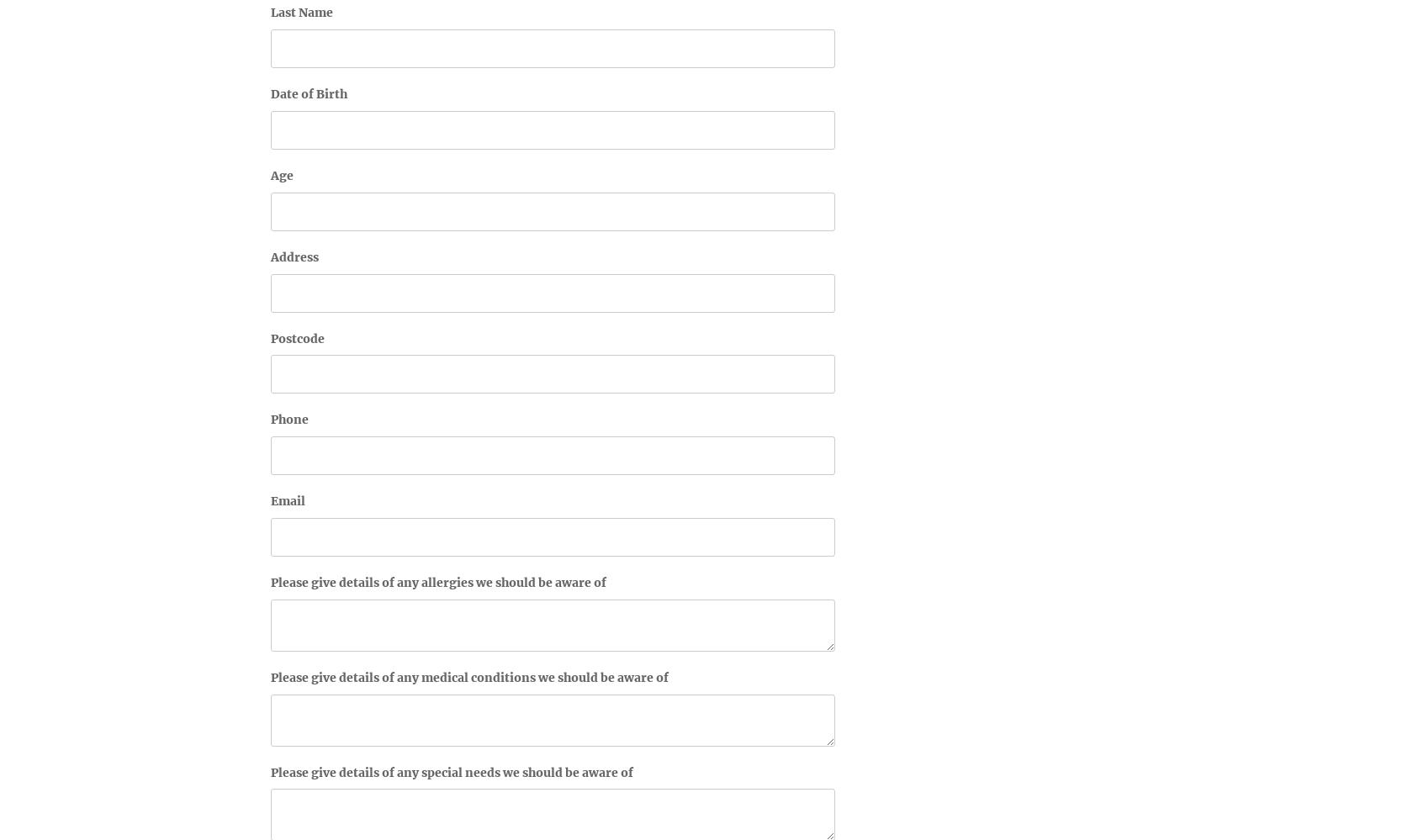 This screenshot has height=840, width=1413. What do you see at coordinates (469, 676) in the screenshot?
I see `'Please give details of any medical conditions we should be aware of'` at bounding box center [469, 676].